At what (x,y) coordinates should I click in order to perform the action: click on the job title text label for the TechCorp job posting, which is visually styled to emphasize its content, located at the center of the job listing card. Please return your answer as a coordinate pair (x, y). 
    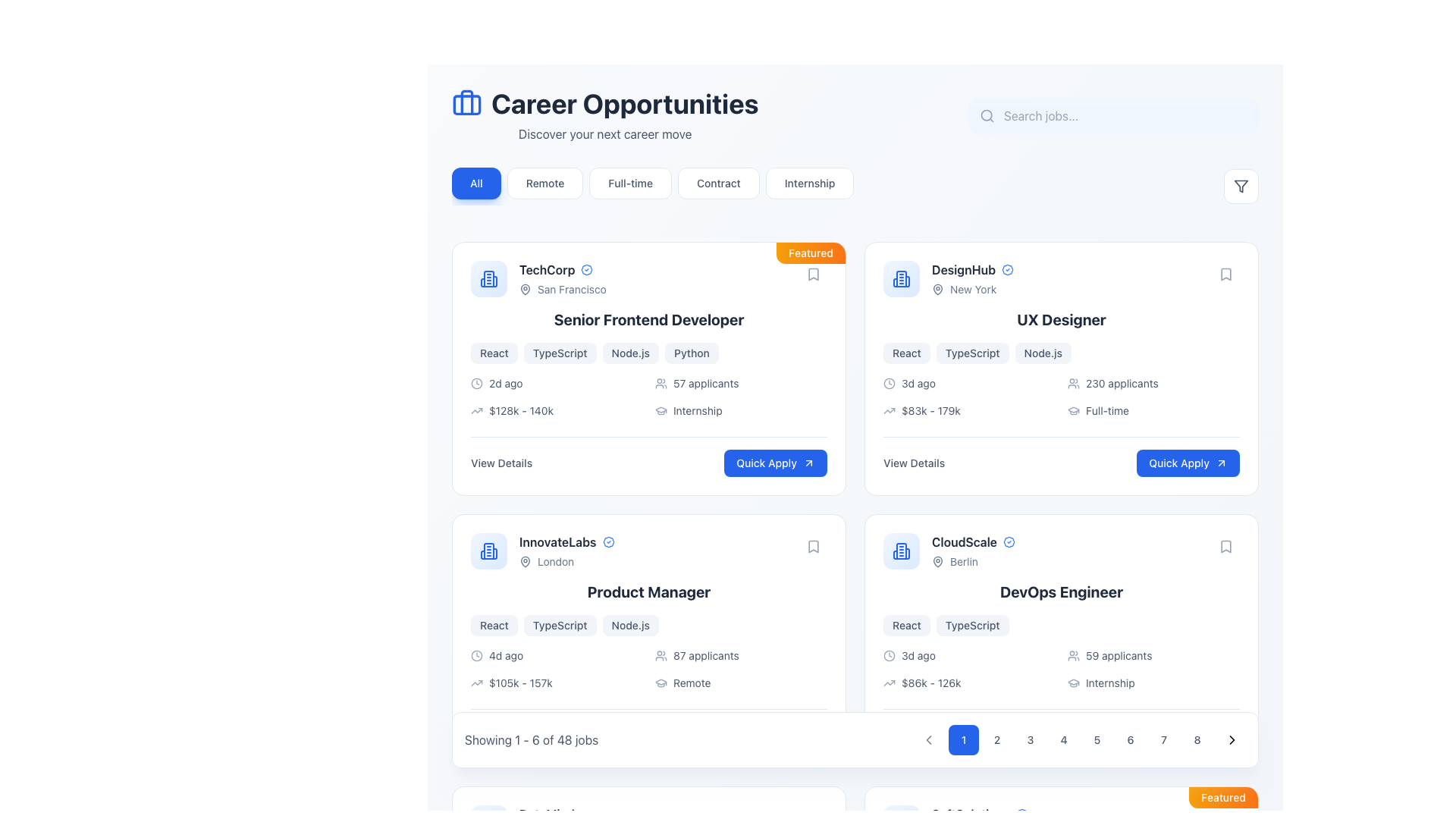
    Looking at the image, I should click on (648, 318).